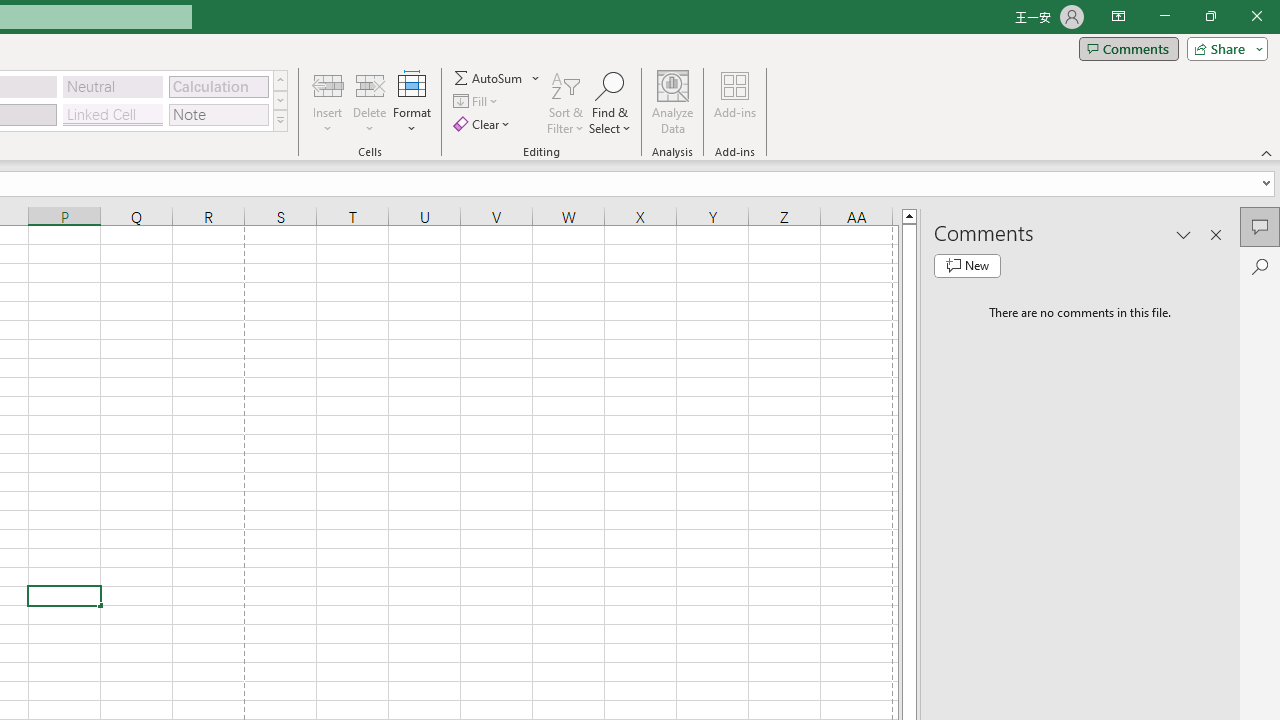 This screenshot has width=1280, height=720. I want to click on 'Sum', so click(489, 77).